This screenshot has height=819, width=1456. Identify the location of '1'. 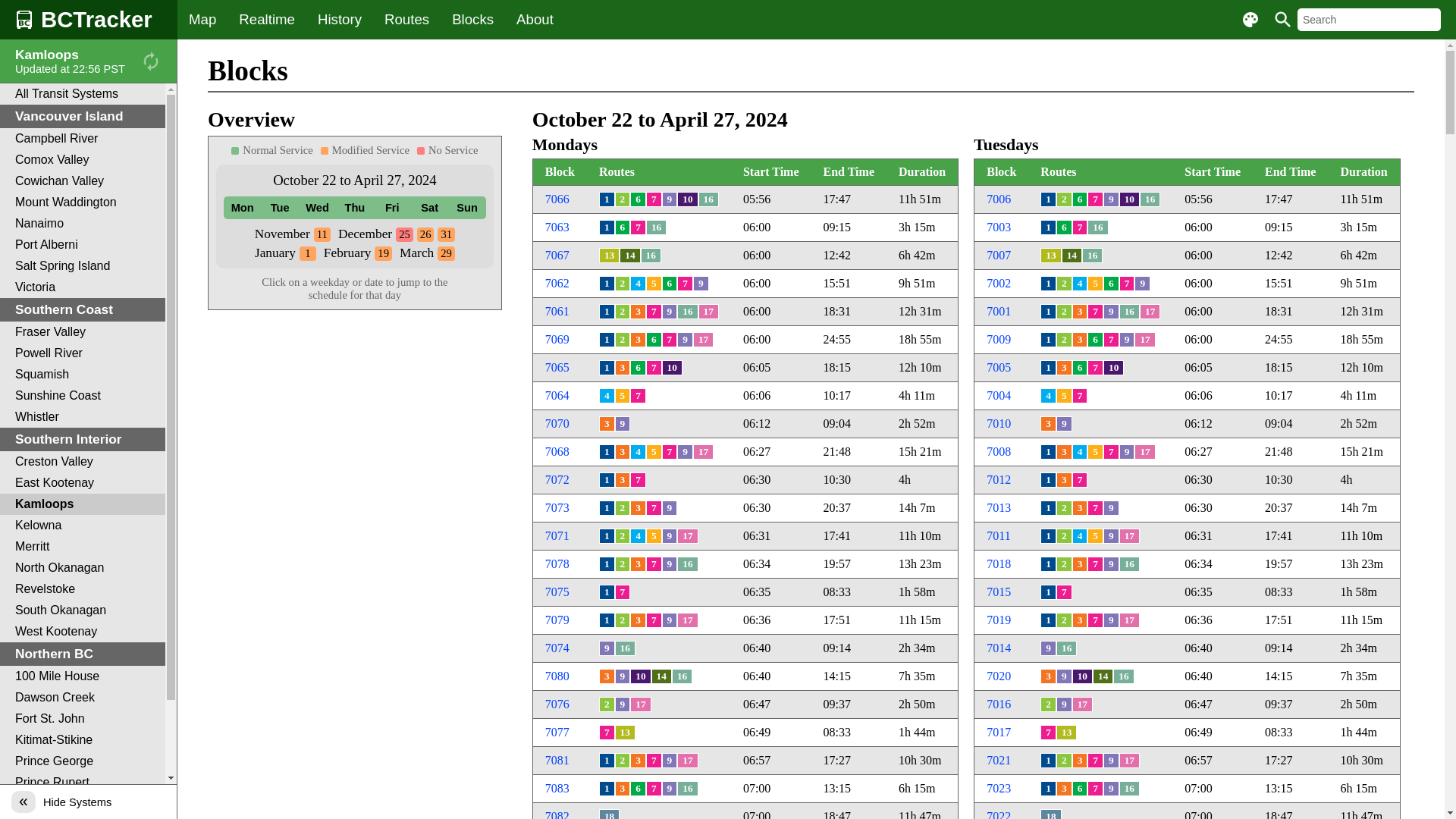
(607, 788).